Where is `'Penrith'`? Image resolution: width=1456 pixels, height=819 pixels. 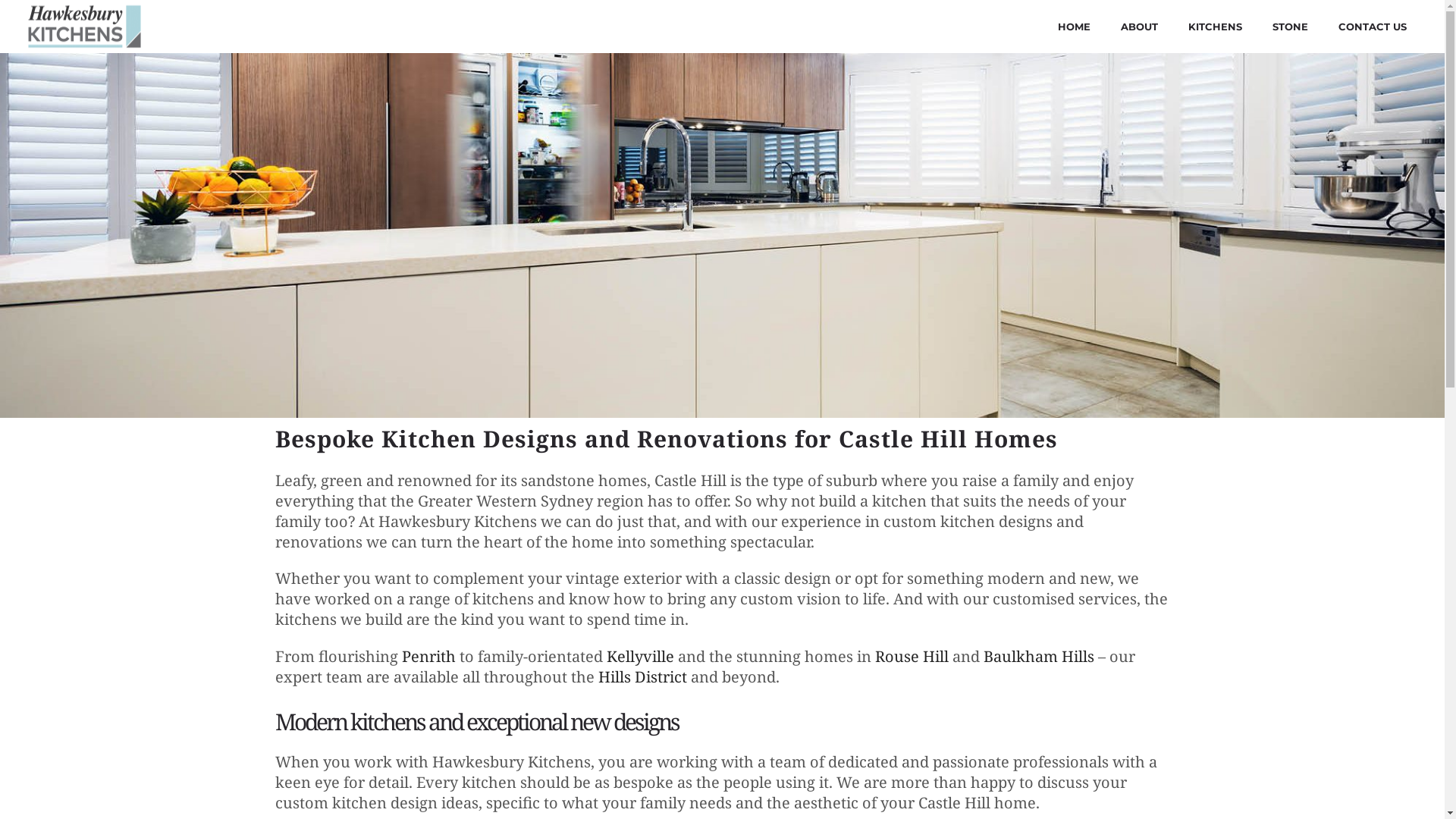
'Penrith' is located at coordinates (428, 655).